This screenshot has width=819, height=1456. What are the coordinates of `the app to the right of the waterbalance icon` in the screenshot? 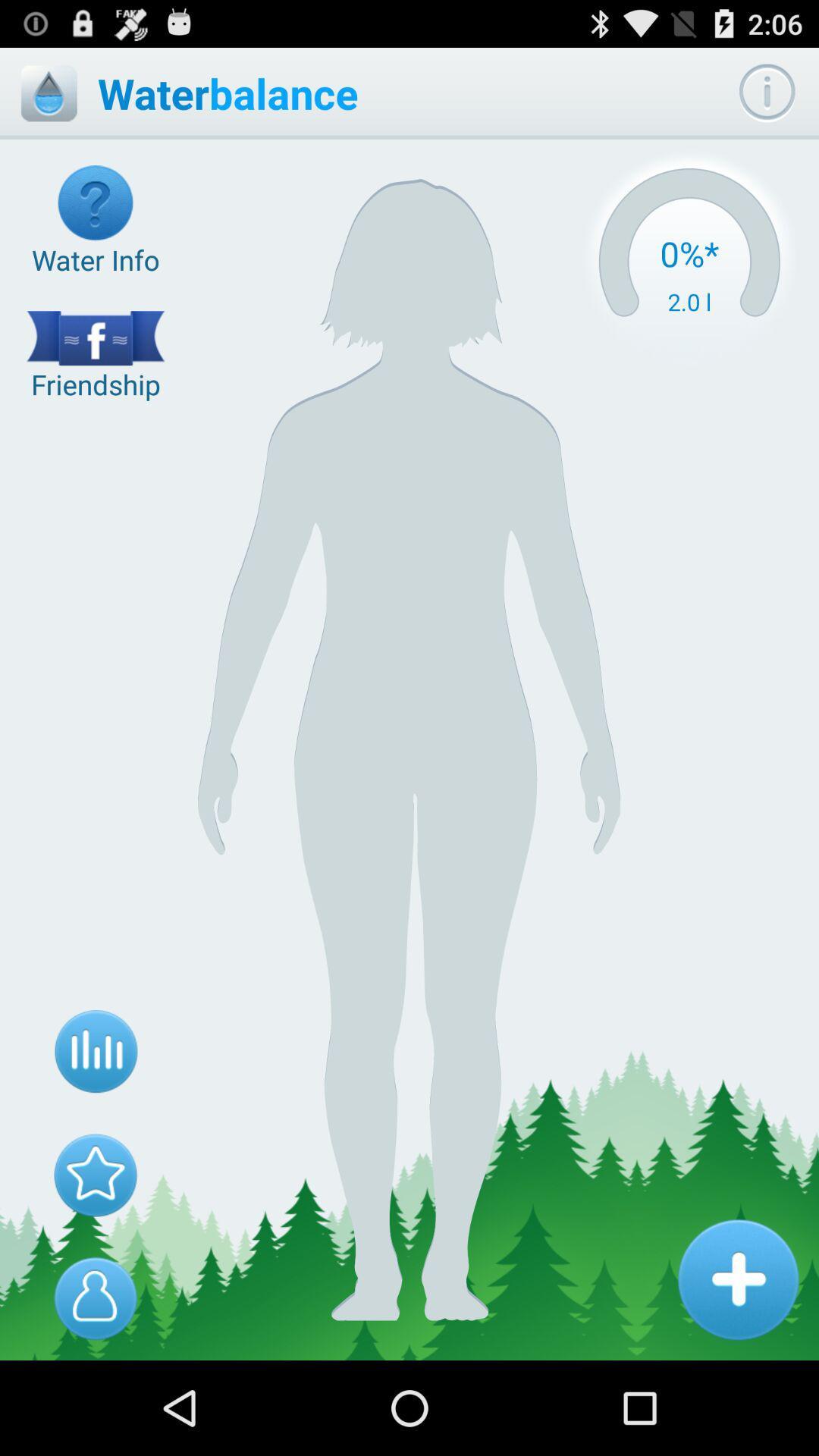 It's located at (689, 262).